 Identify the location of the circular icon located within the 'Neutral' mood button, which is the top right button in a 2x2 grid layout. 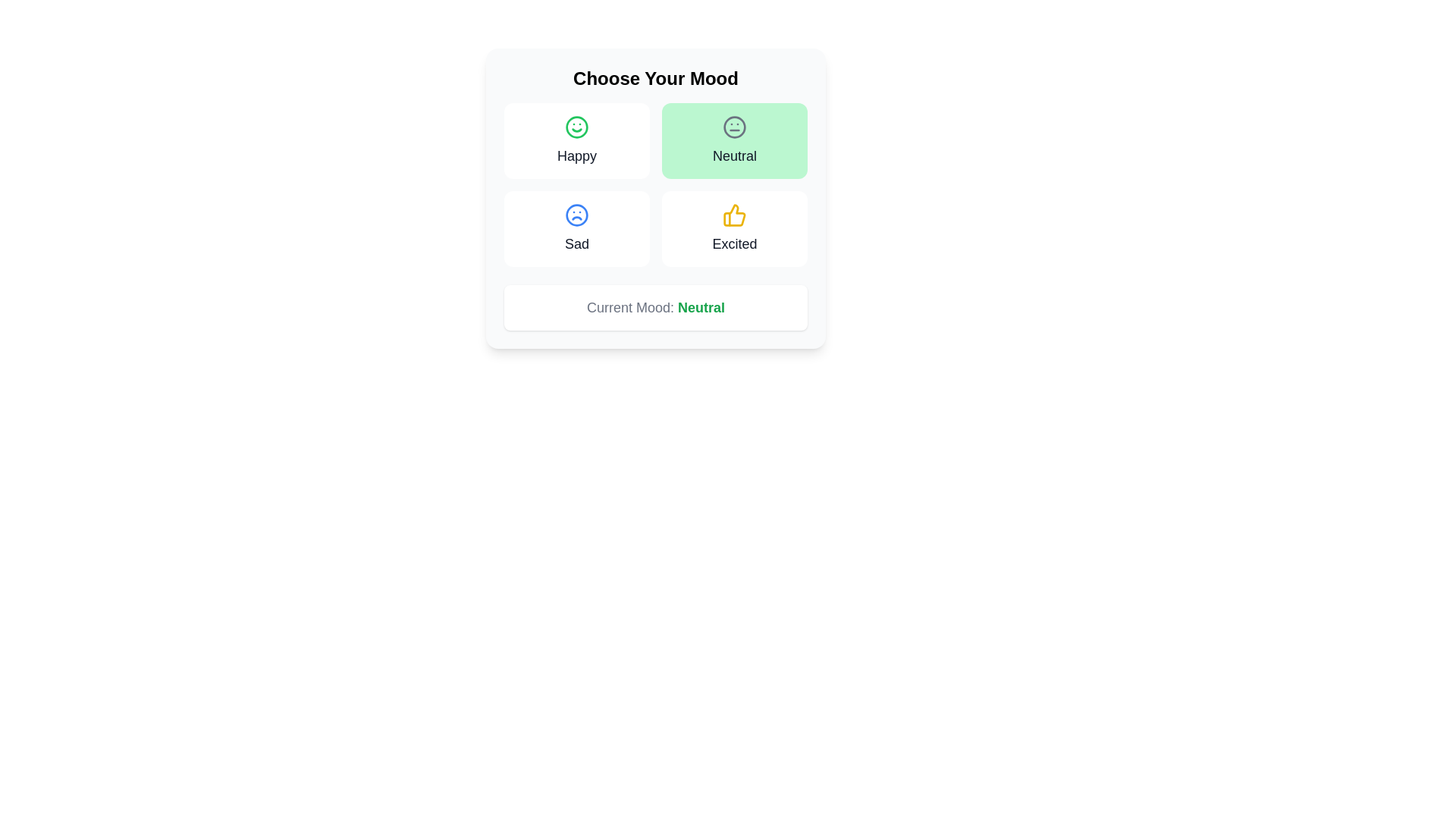
(735, 127).